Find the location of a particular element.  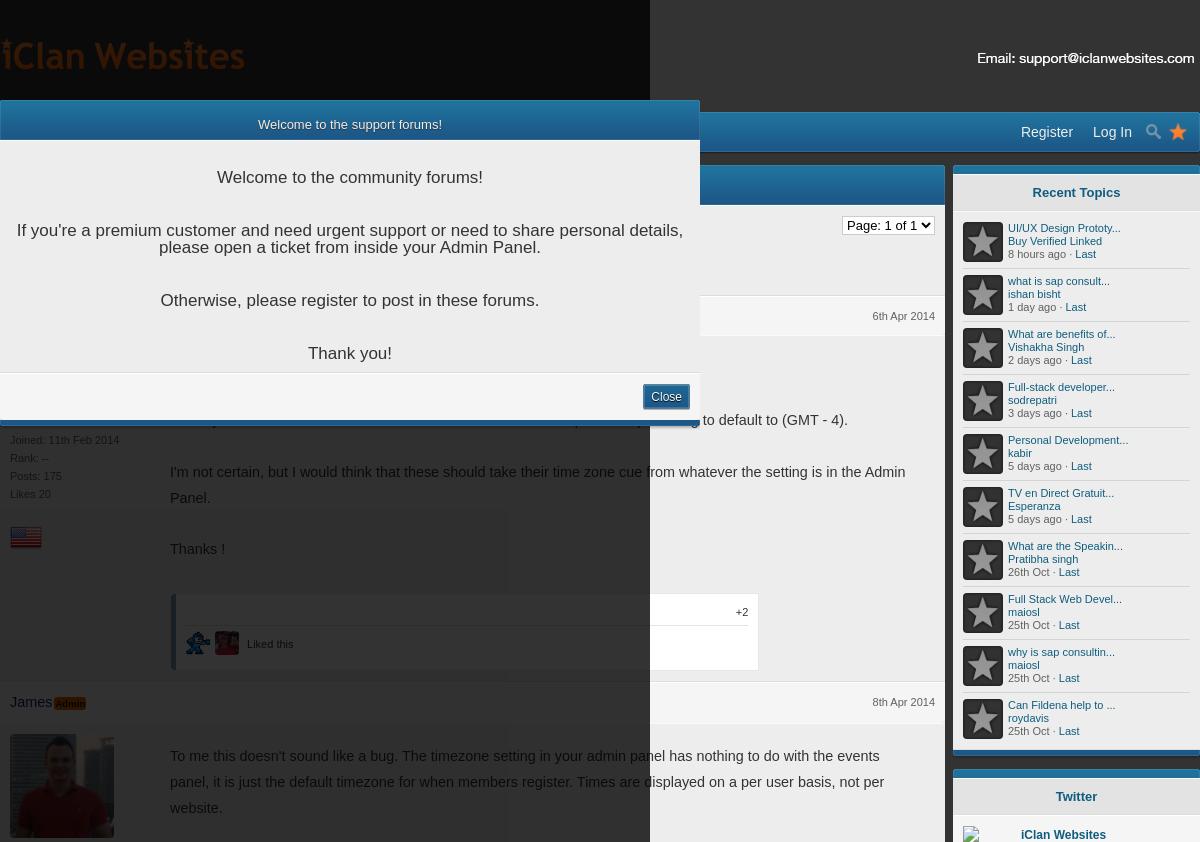

'Pigfarm70' is located at coordinates (42, 316).